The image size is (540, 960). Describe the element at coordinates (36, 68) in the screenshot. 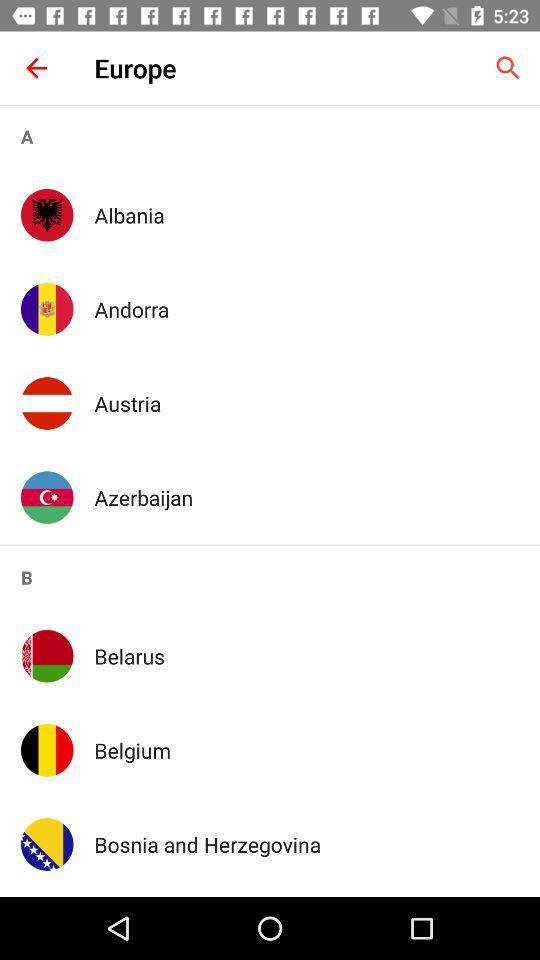

I see `the item to the left of europe item` at that location.